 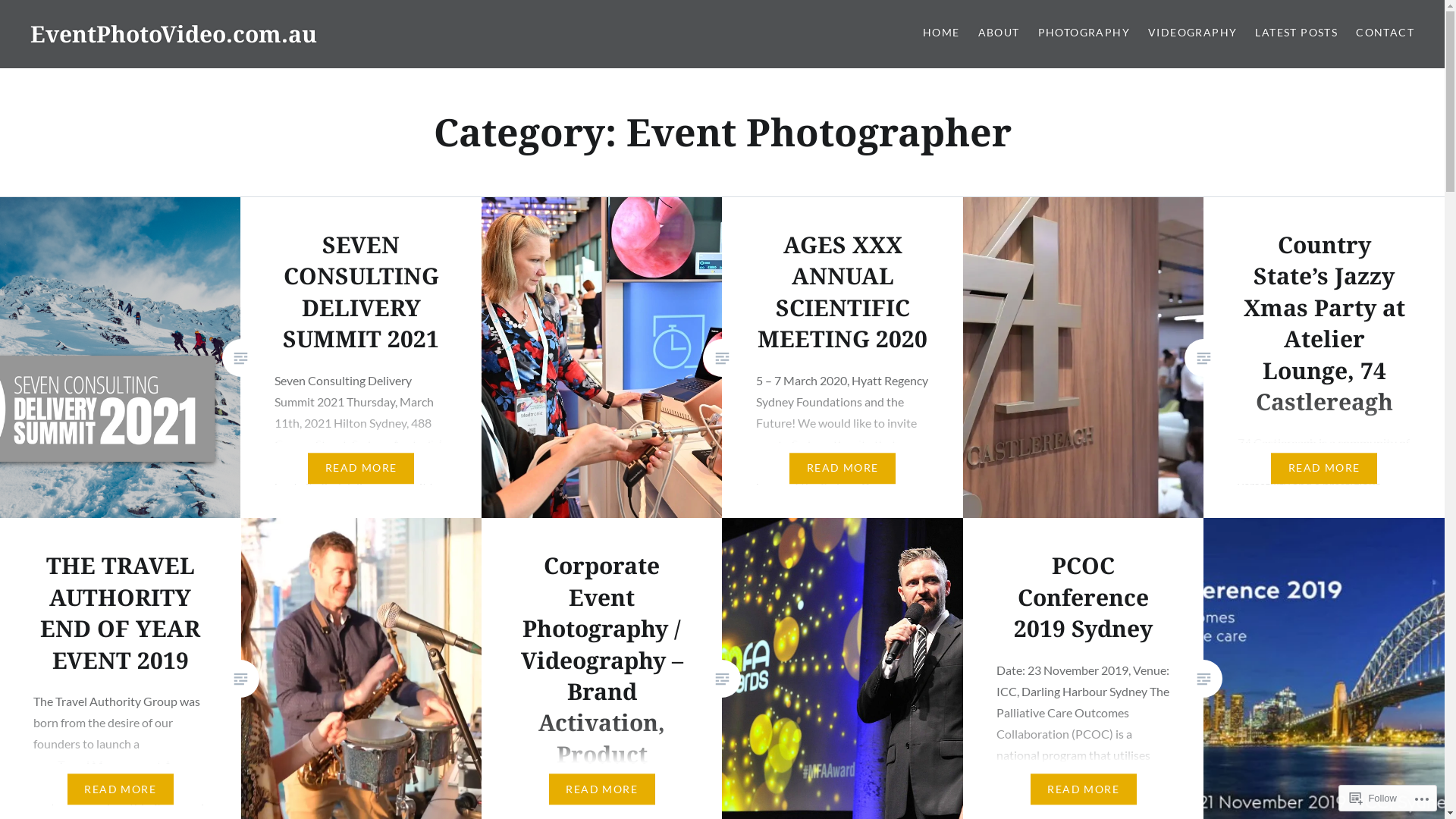 What do you see at coordinates (940, 33) in the screenshot?
I see `'HOME'` at bounding box center [940, 33].